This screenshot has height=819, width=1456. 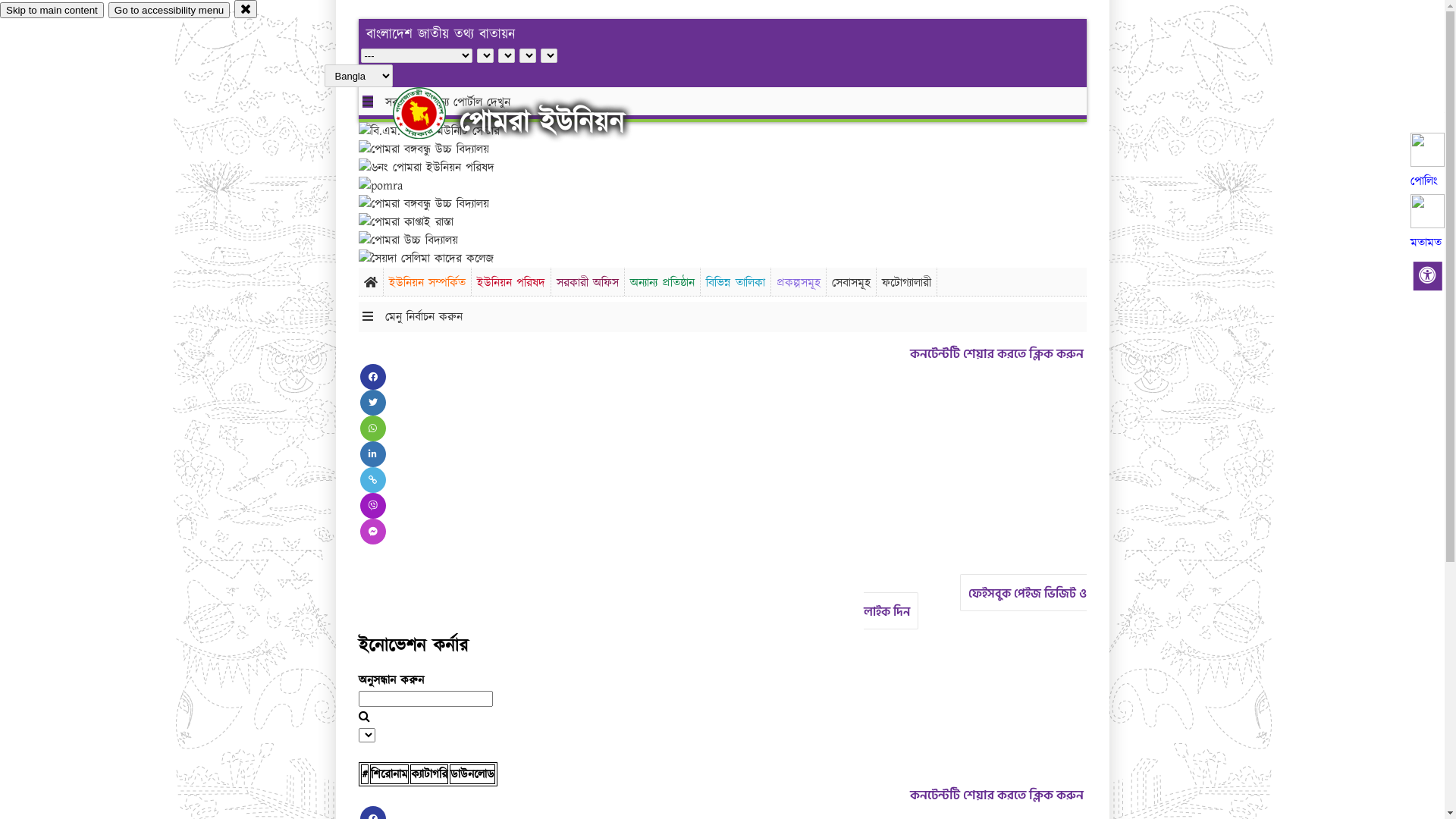 What do you see at coordinates (52, 10) in the screenshot?
I see `'Skip to main content'` at bounding box center [52, 10].